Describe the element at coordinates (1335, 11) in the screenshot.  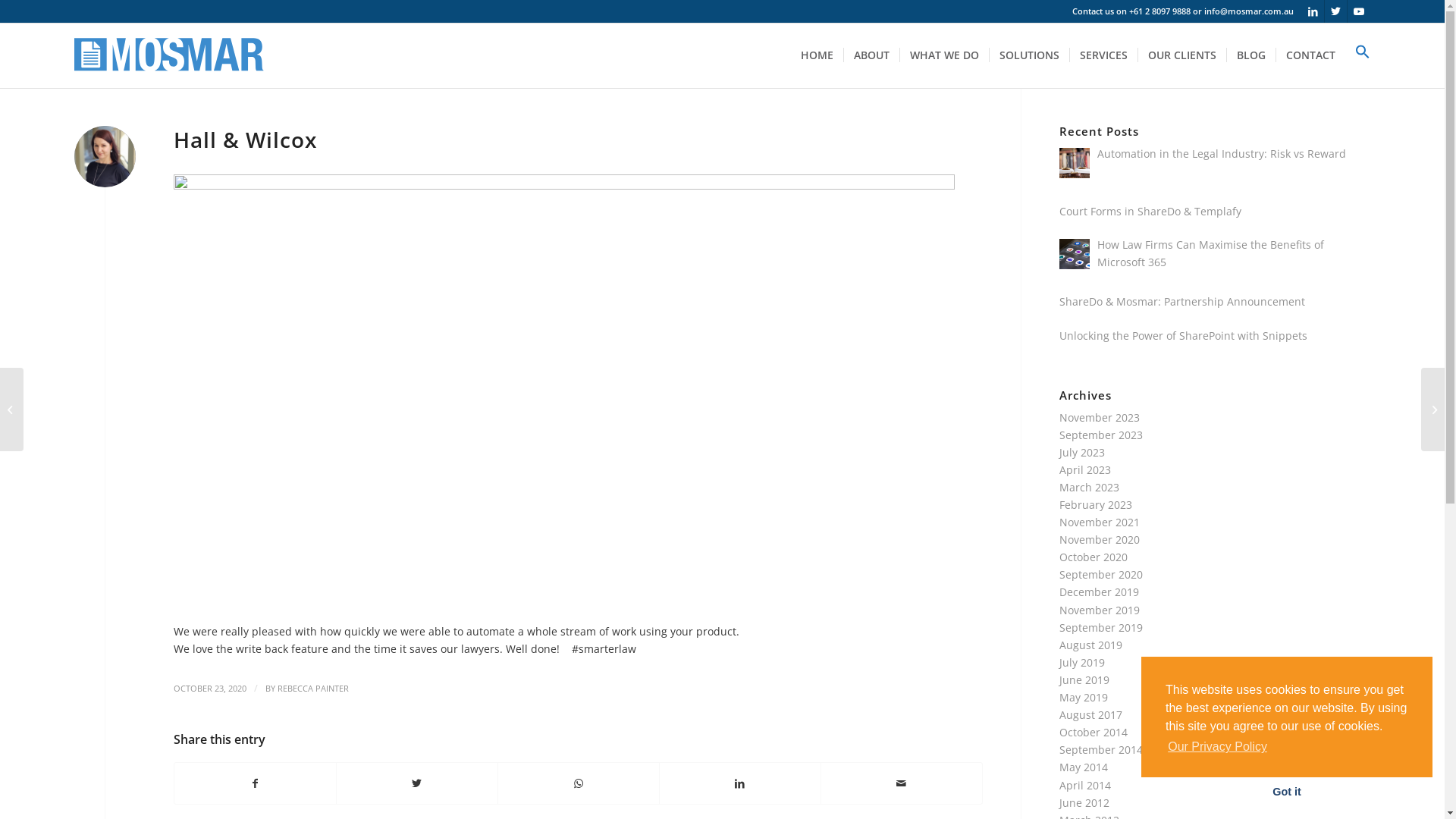
I see `'Twitter'` at that location.